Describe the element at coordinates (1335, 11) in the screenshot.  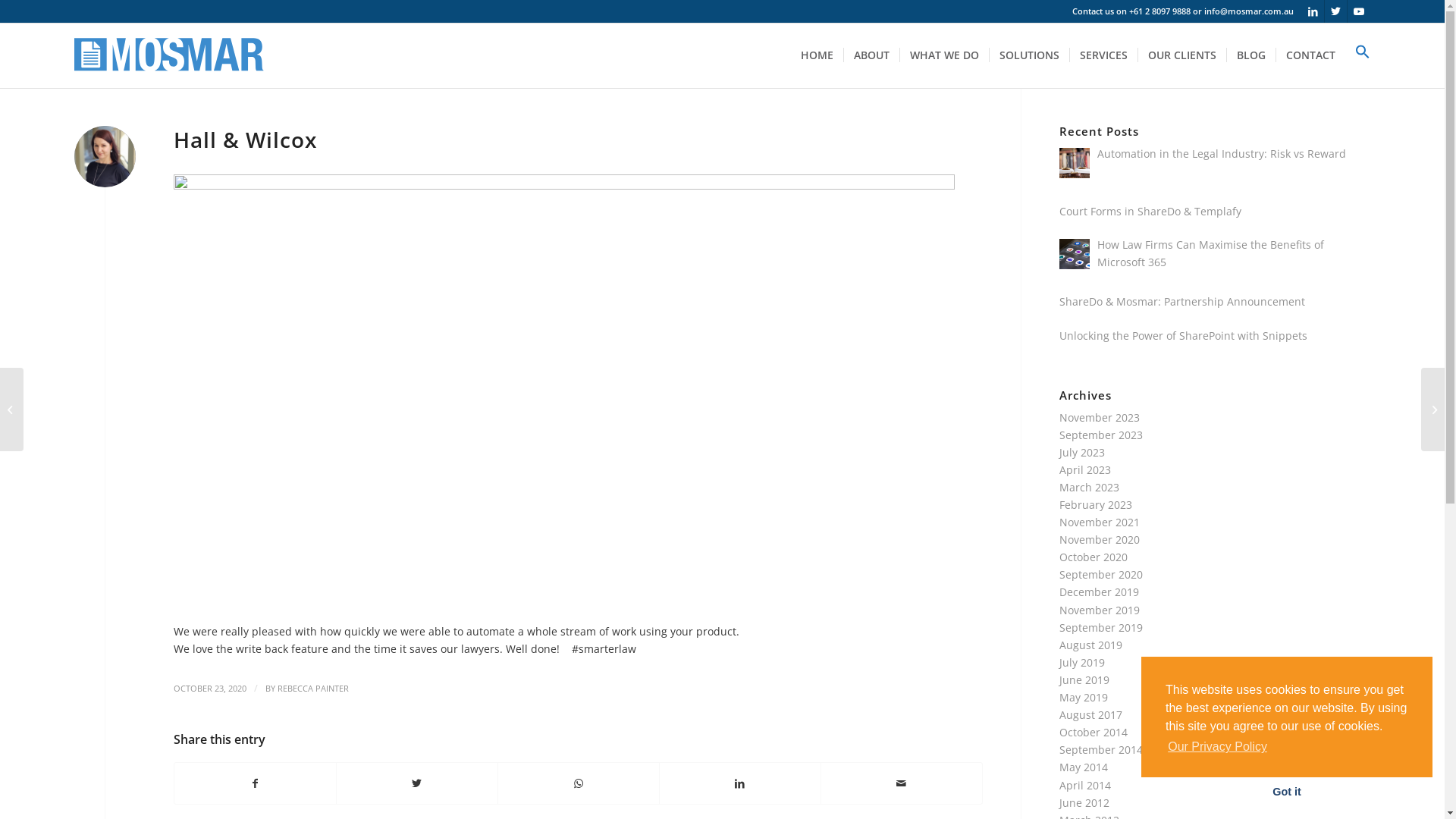
I see `'Twitter'` at that location.